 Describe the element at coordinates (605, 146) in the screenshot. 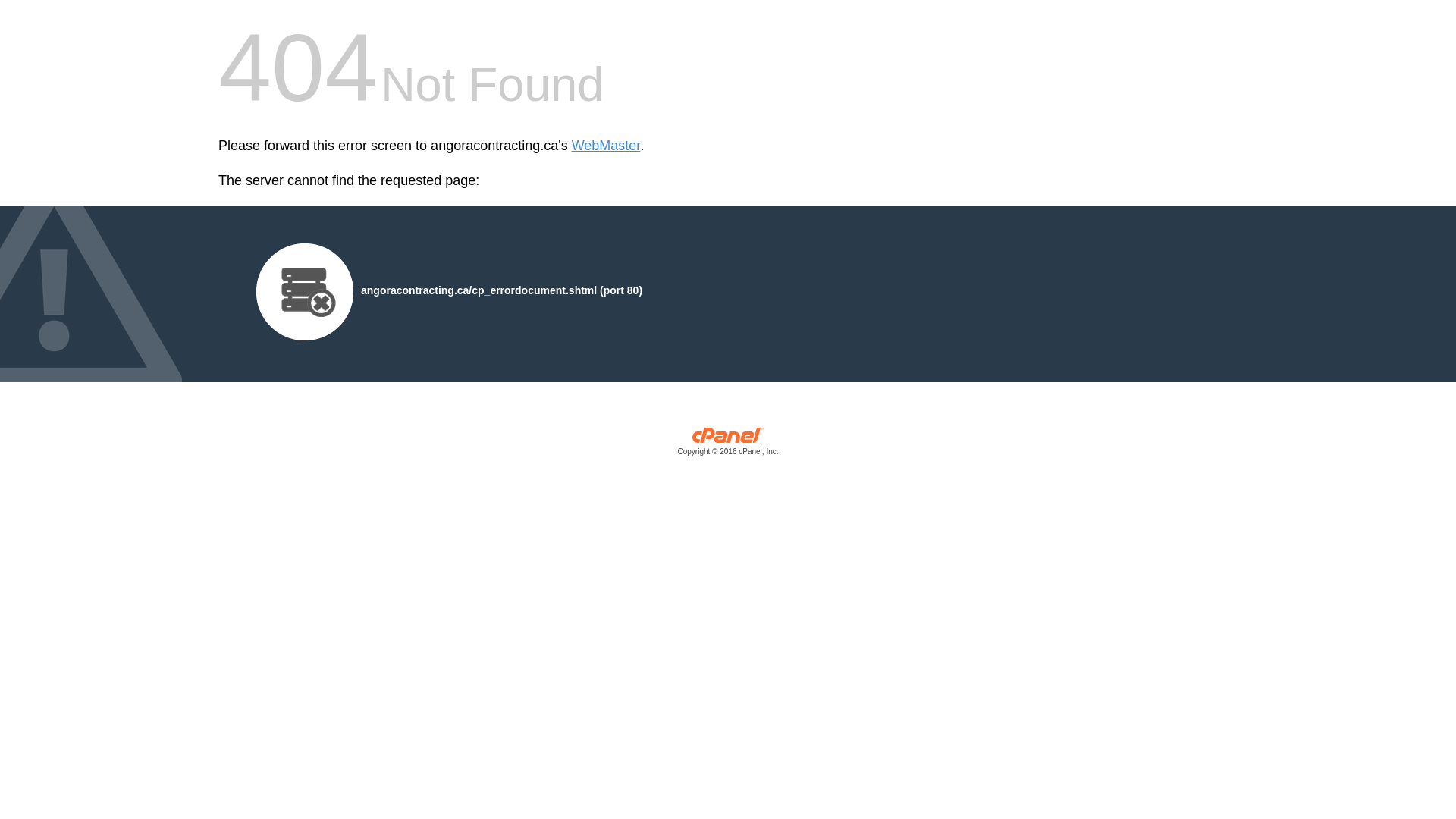

I see `'WebMaster'` at that location.